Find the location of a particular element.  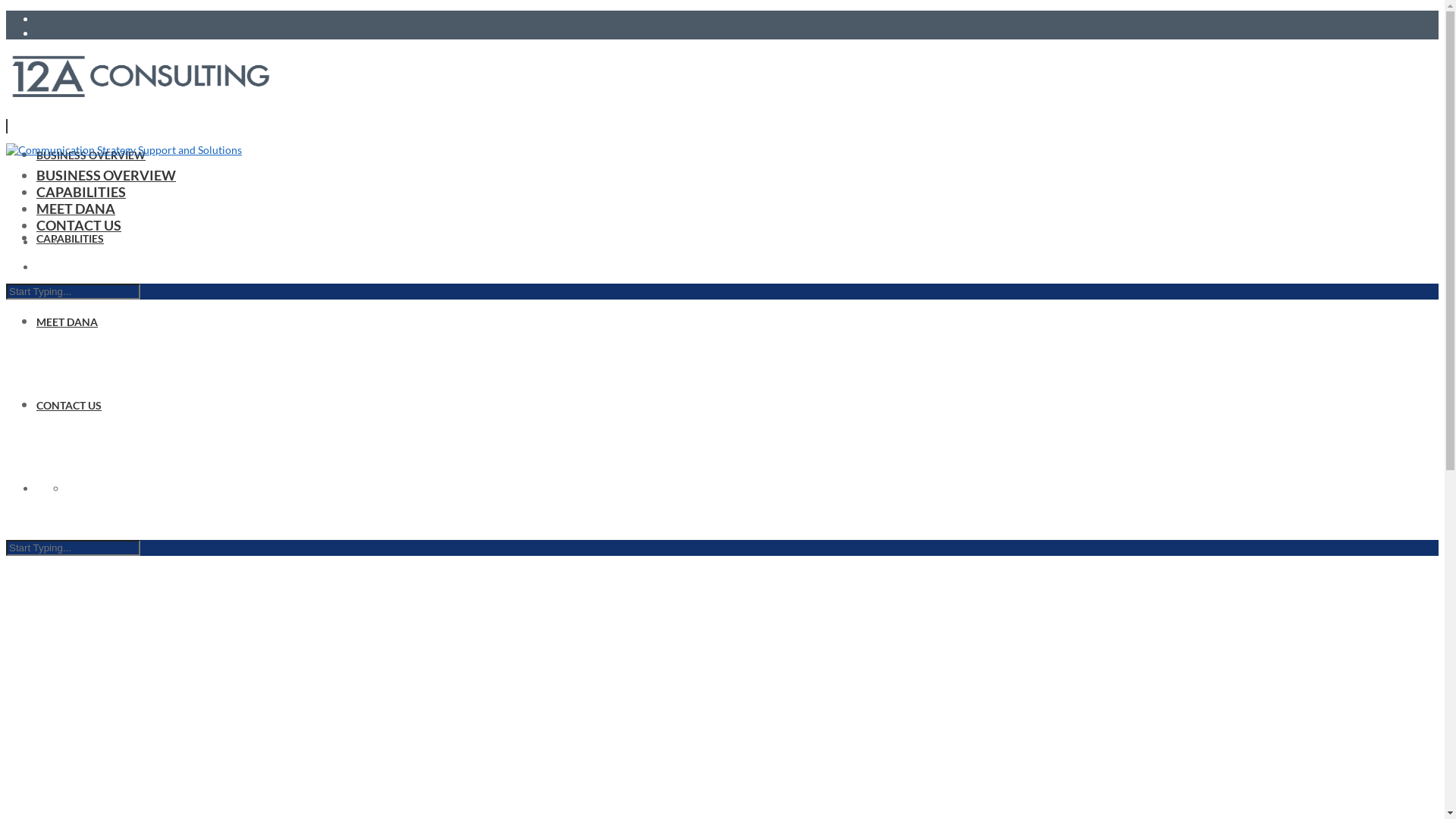

'BUSINESS OVERVIEW' is located at coordinates (105, 174).